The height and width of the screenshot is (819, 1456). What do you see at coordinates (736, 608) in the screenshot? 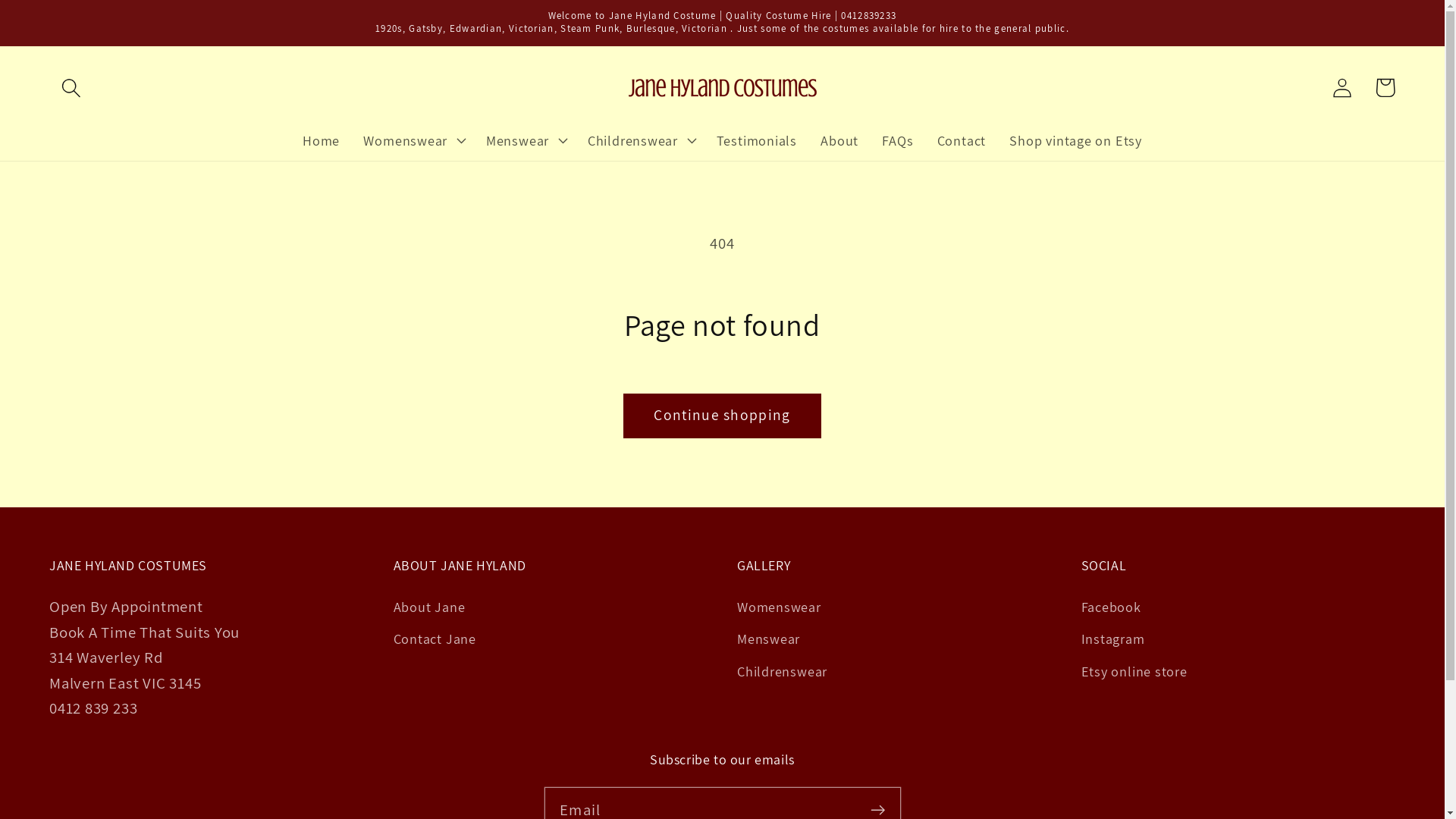
I see `'Womenswear'` at bounding box center [736, 608].